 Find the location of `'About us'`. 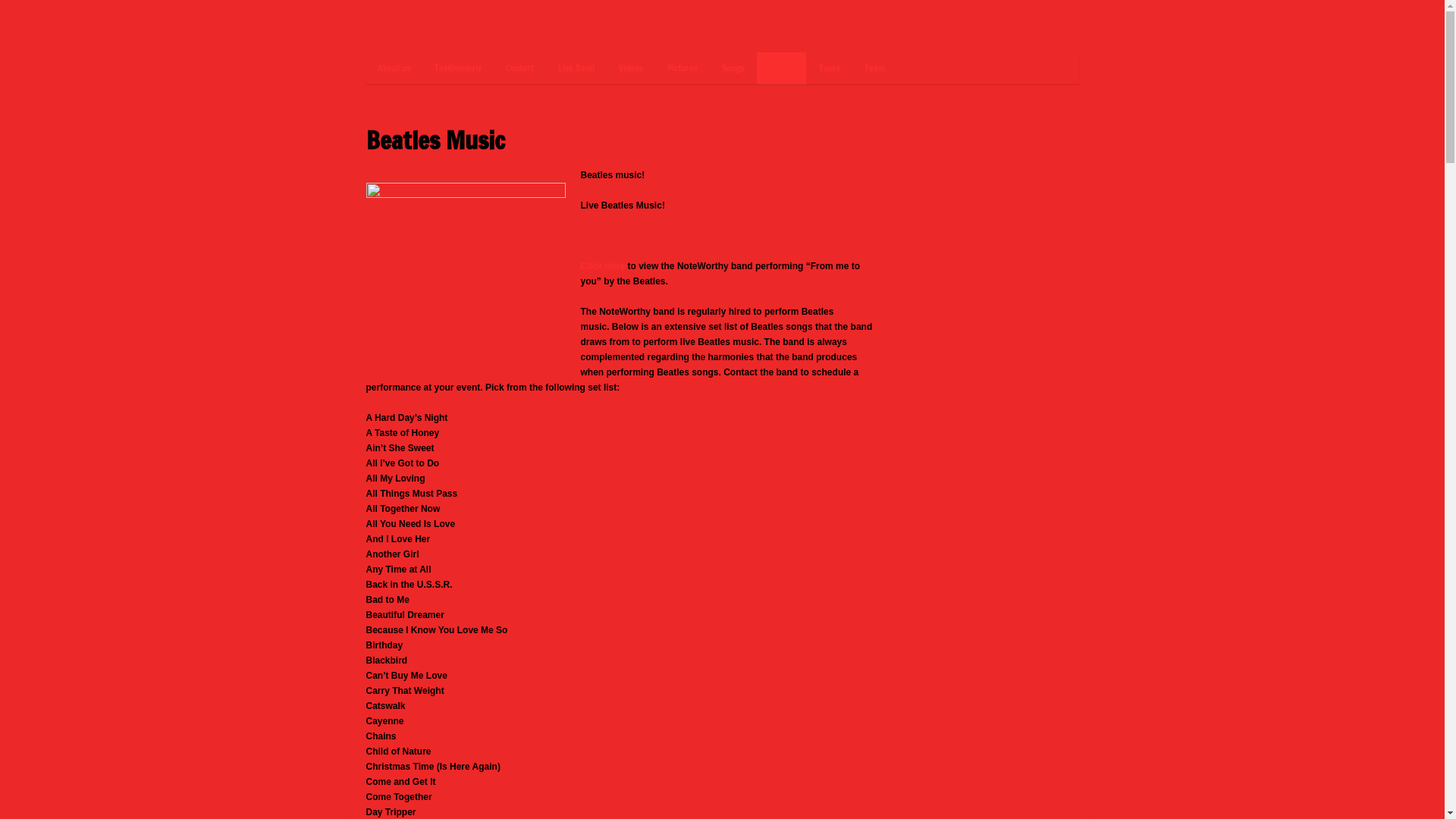

'About us' is located at coordinates (393, 67).